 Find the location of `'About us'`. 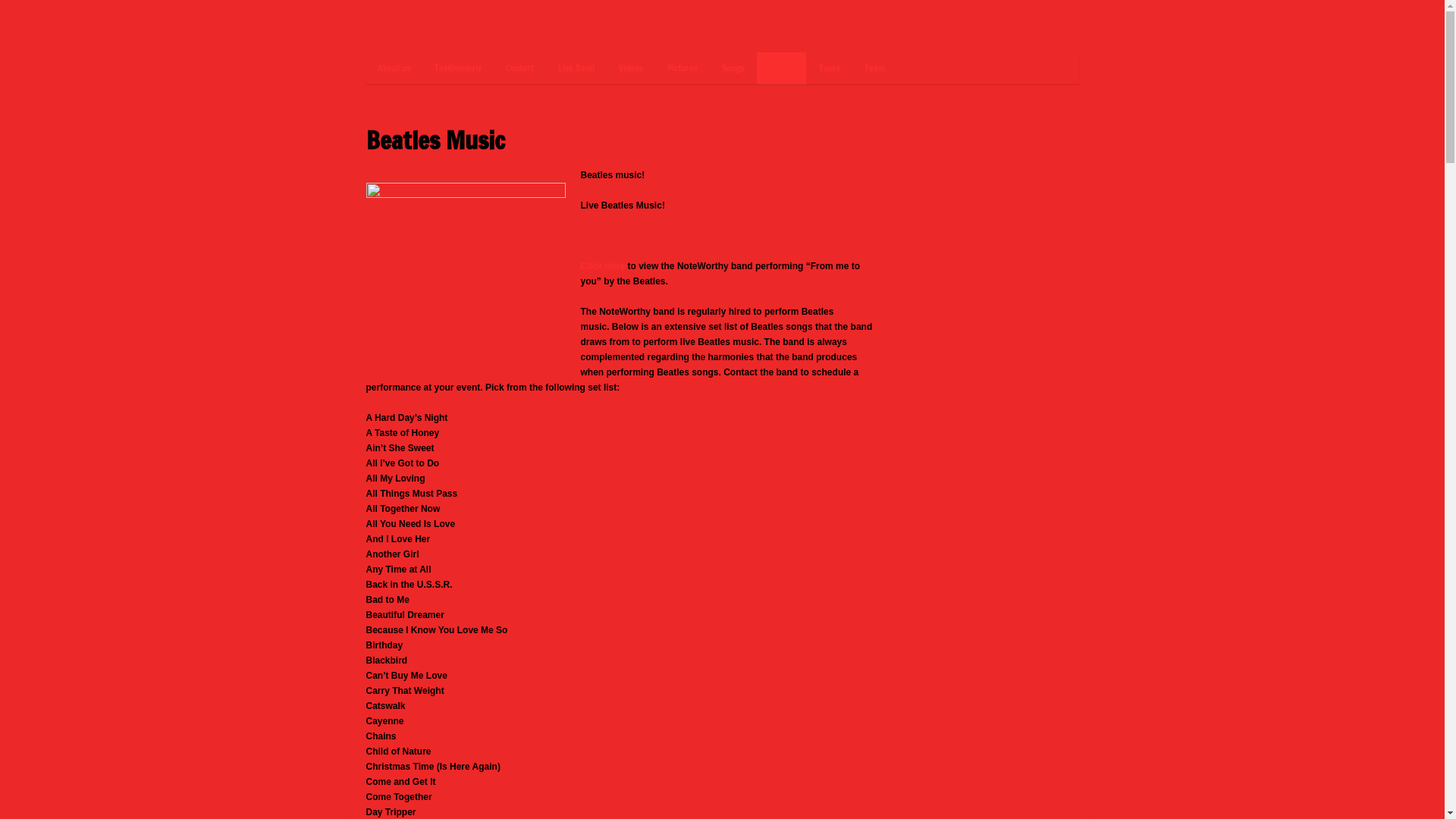

'About us' is located at coordinates (393, 67).